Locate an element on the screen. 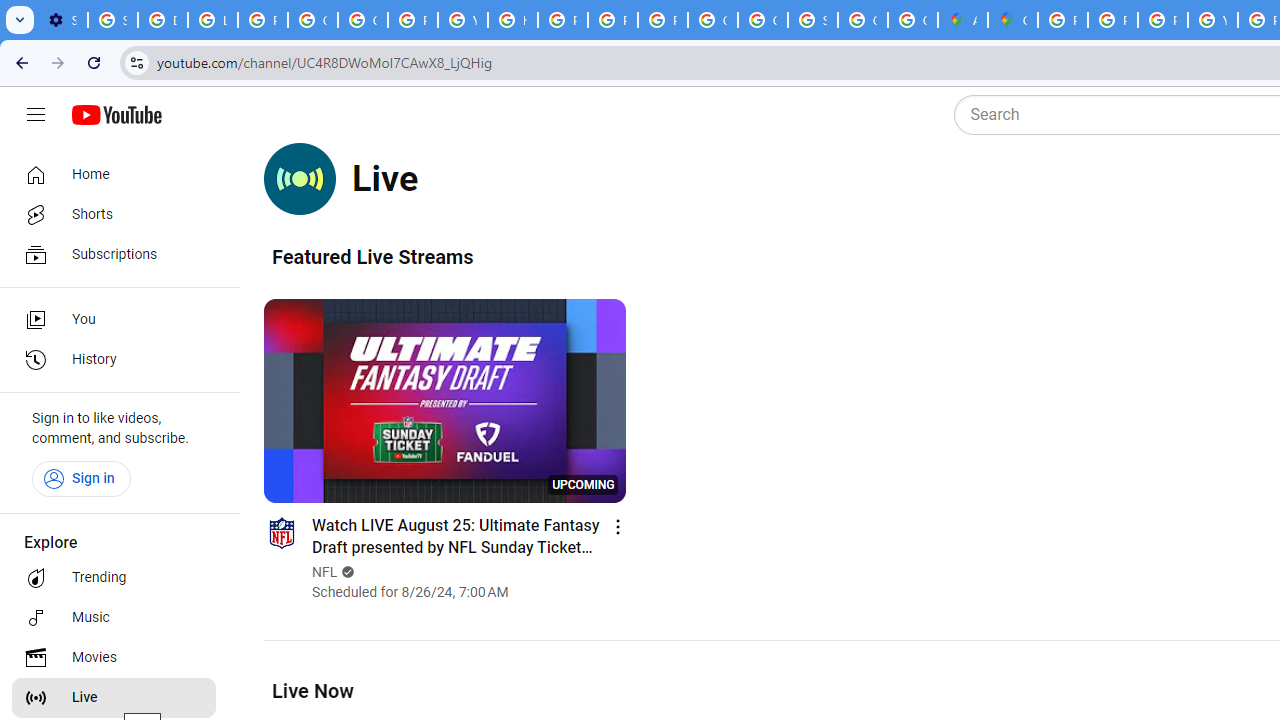 The width and height of the screenshot is (1280, 720). 'Policy Accountability and Transparency - Transparency Center' is located at coordinates (1062, 20).